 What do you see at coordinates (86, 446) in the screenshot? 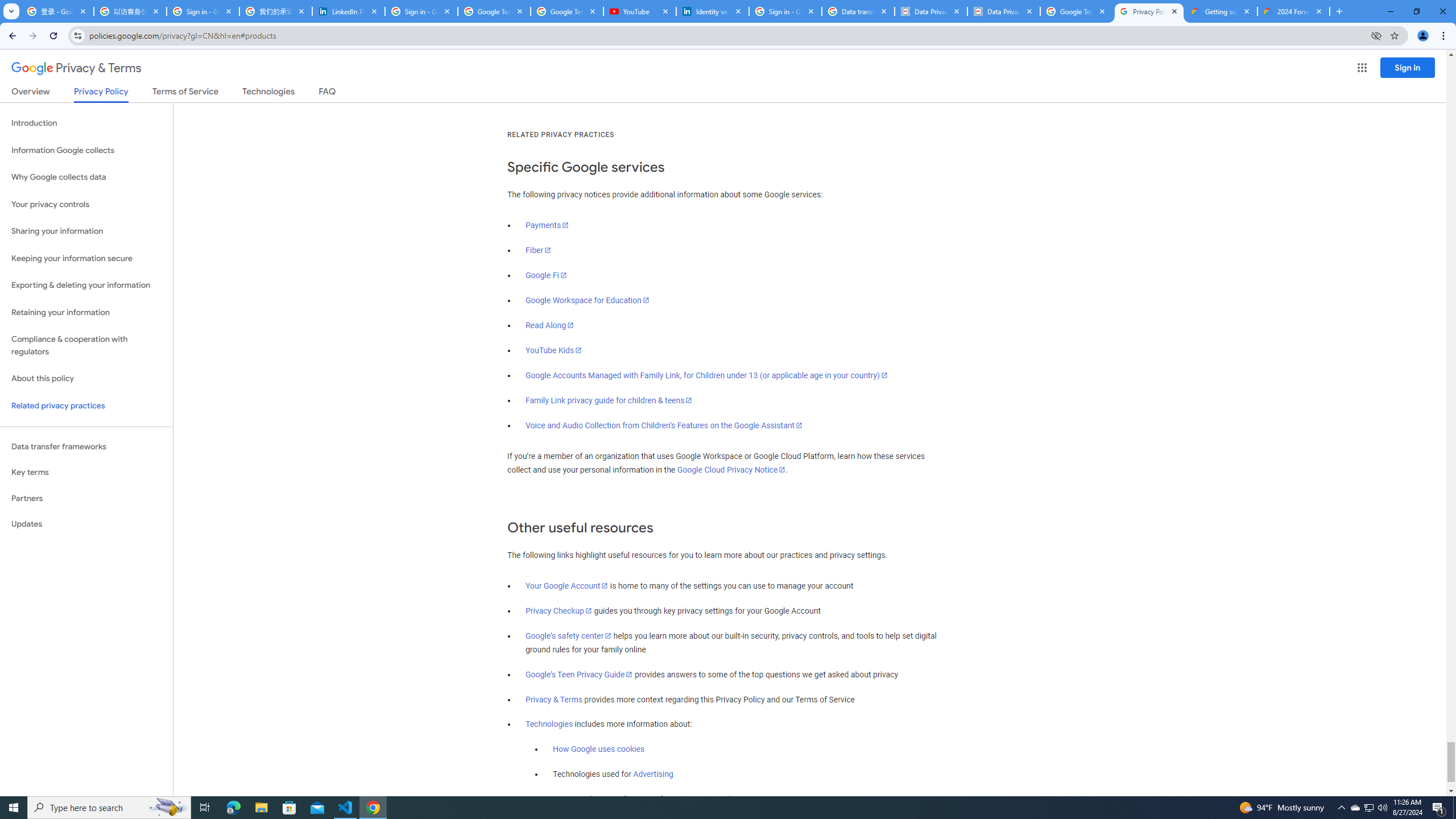
I see `'Data transfer frameworks'` at bounding box center [86, 446].